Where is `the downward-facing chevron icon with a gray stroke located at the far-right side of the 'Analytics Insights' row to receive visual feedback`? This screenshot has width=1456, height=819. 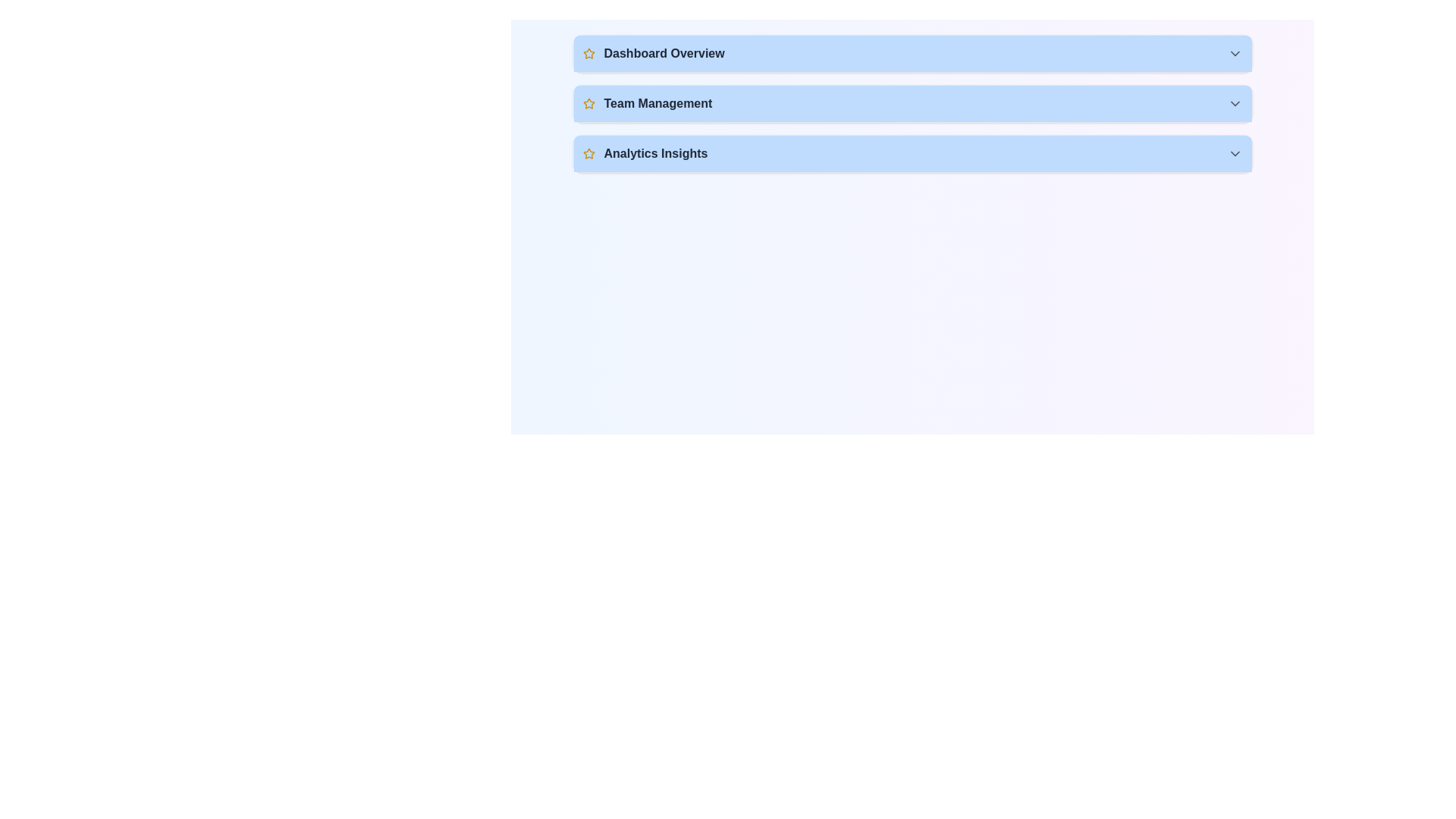
the downward-facing chevron icon with a gray stroke located at the far-right side of the 'Analytics Insights' row to receive visual feedback is located at coordinates (1235, 154).